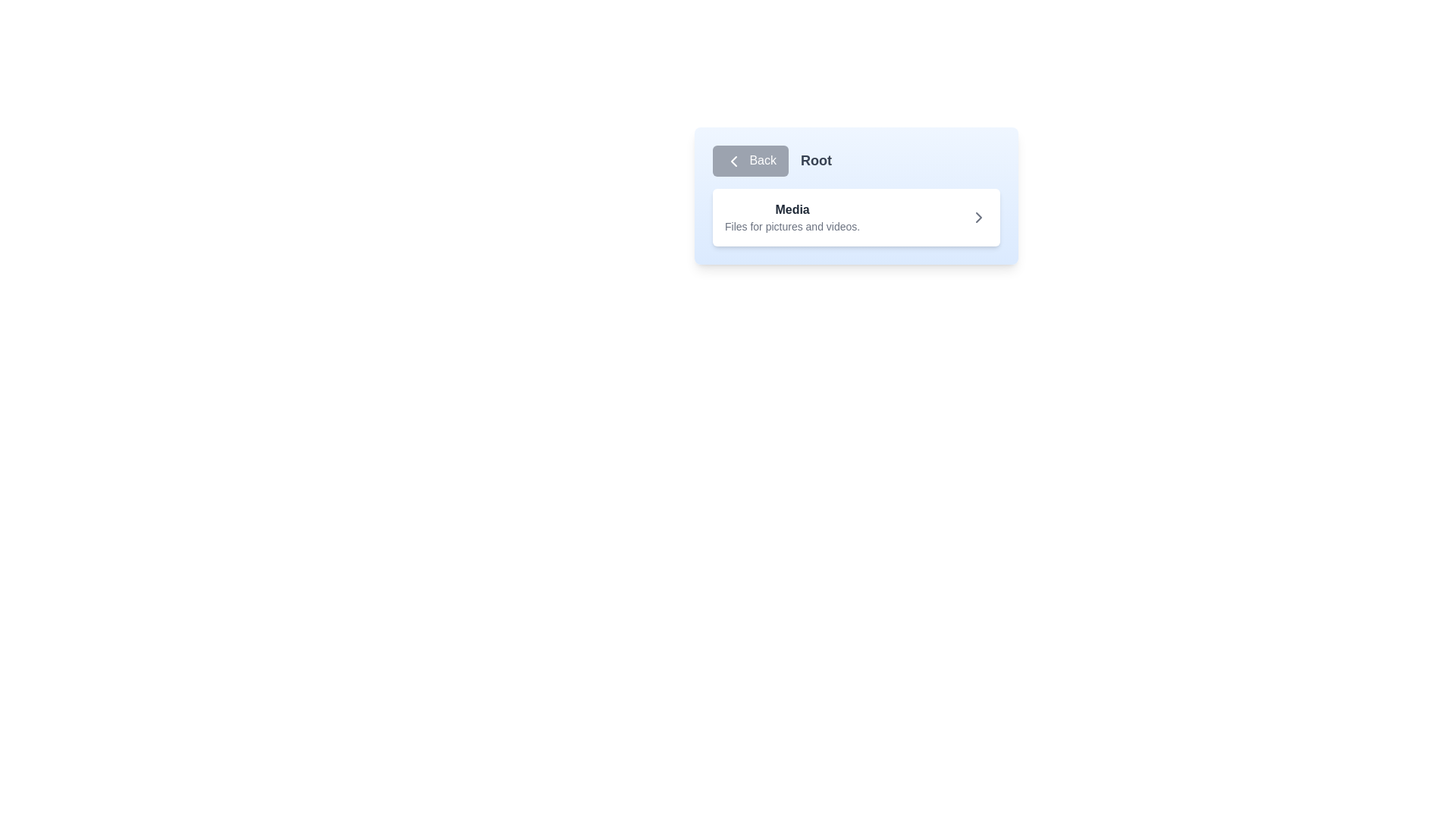  Describe the element at coordinates (979, 216) in the screenshot. I see `the graphical arrow icon located on the right side of the 'Media' panel, which serves as a navigational indicator for further content or configuration options` at that location.